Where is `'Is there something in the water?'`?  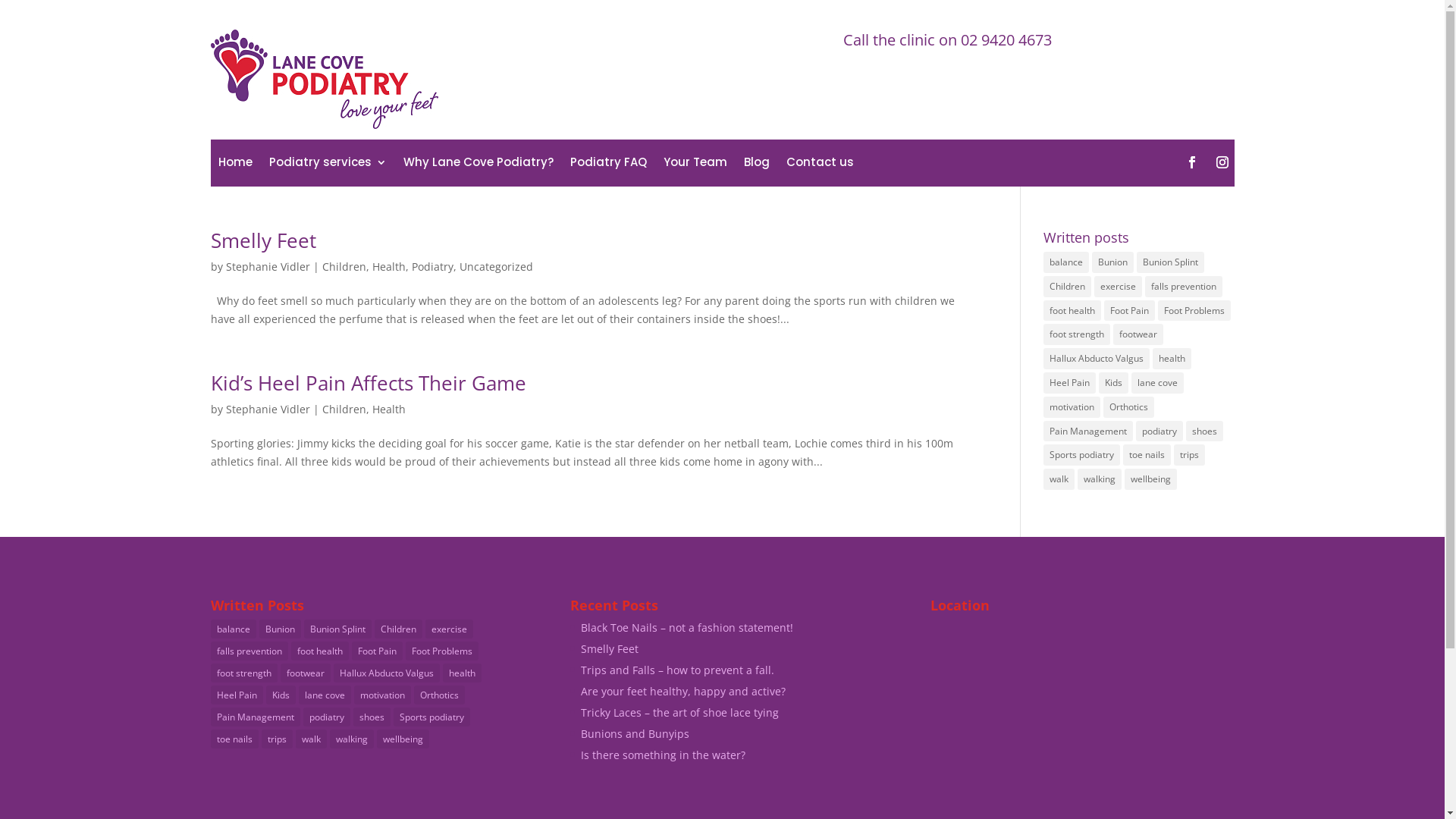
'Is there something in the water?' is located at coordinates (663, 755).